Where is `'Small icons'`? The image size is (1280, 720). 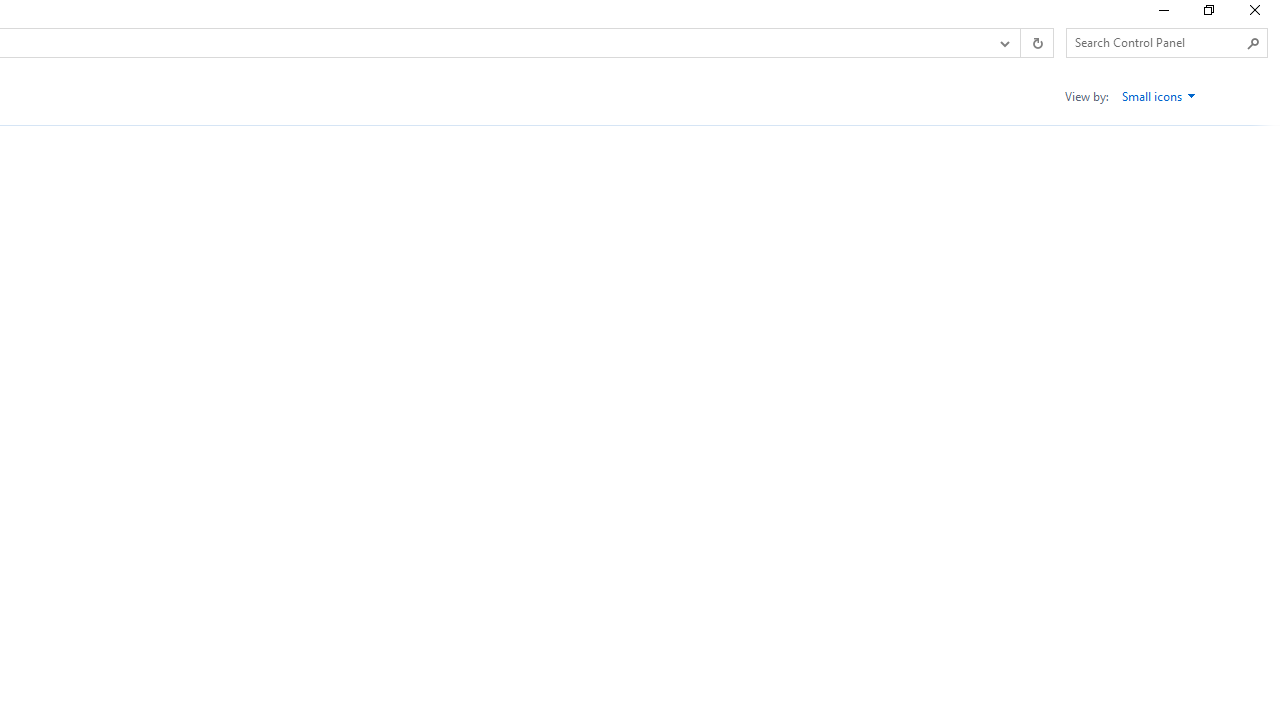 'Small icons' is located at coordinates (1159, 96).